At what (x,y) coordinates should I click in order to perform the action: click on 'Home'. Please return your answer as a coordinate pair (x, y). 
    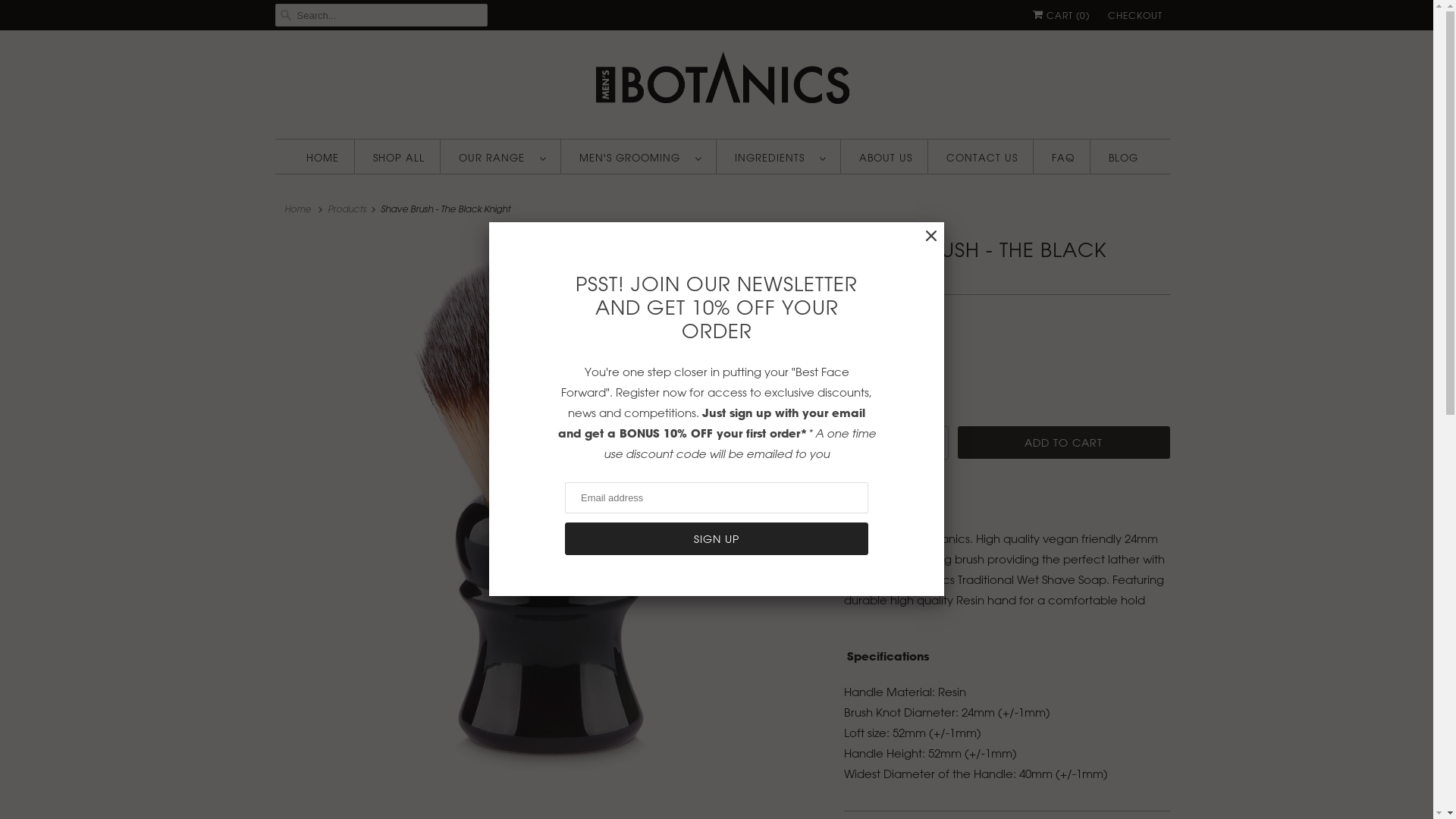
    Looking at the image, I should click on (284, 208).